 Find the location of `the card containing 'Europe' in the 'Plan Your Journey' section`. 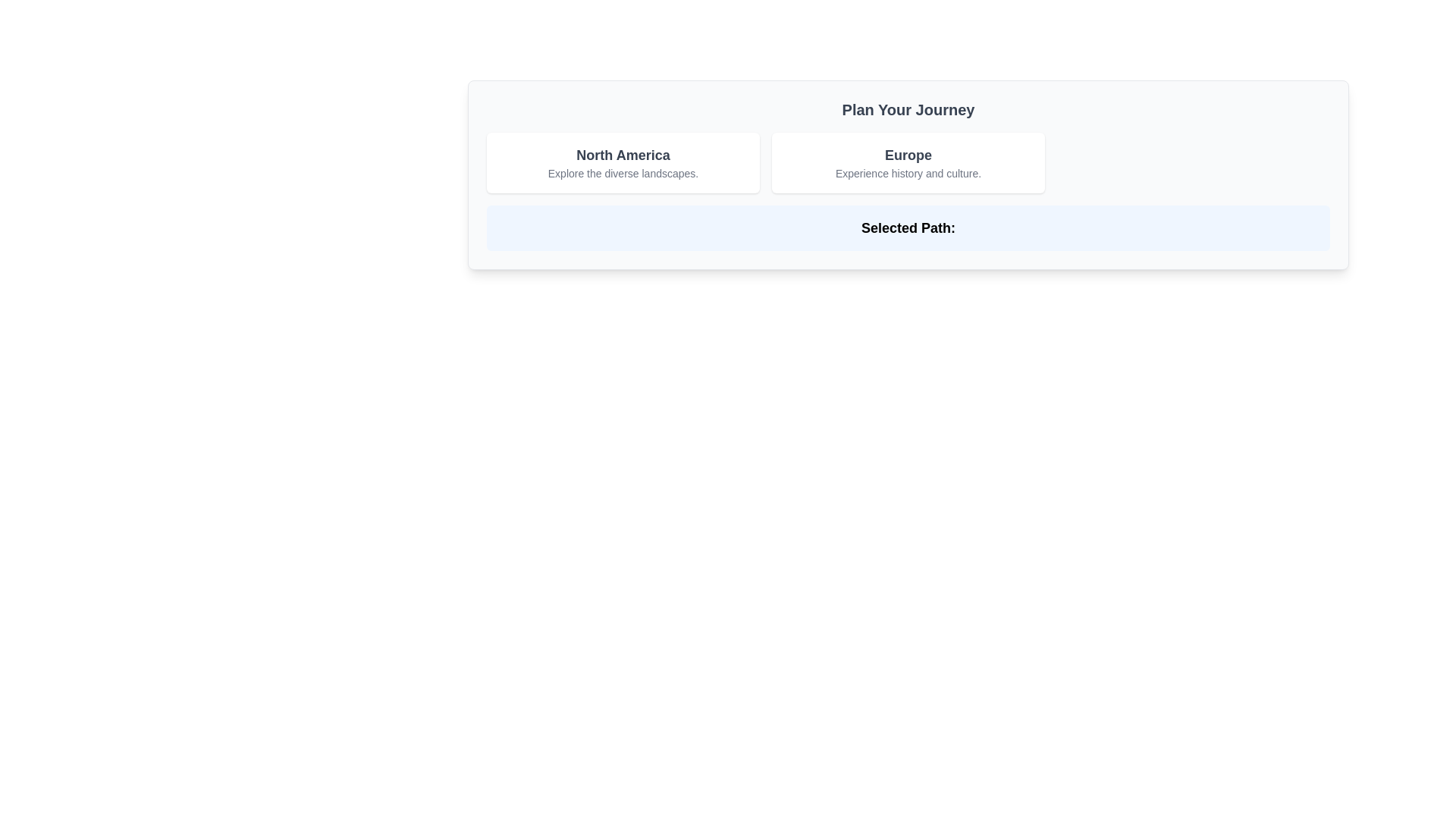

the card containing 'Europe' in the 'Plan Your Journey' section is located at coordinates (908, 163).